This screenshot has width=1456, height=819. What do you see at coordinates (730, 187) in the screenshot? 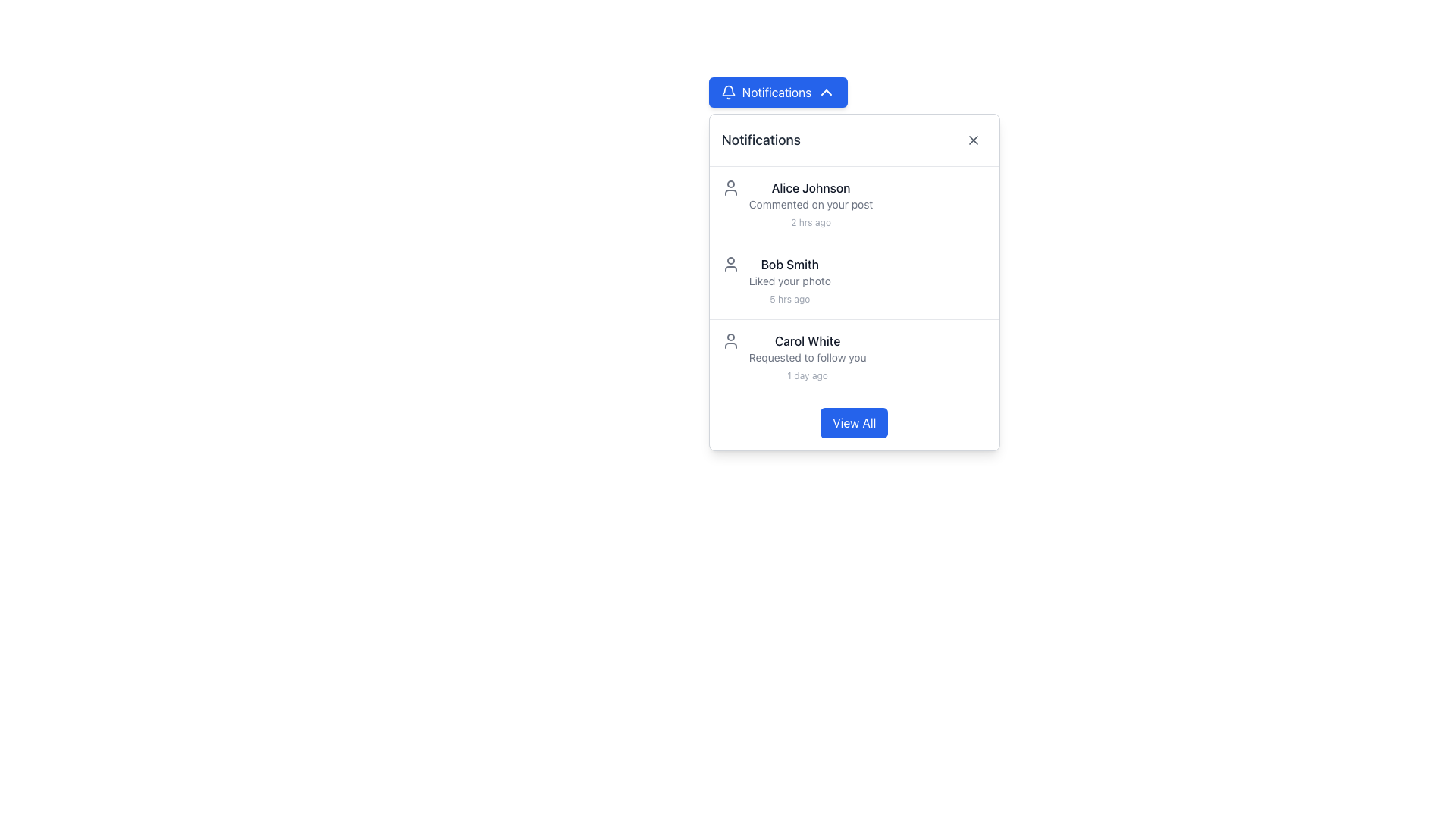
I see `the user profile silhouette icon located in the first notification entry to the left of the text 'Alice Johnson Commented on your post 2 hrs ago'` at bounding box center [730, 187].